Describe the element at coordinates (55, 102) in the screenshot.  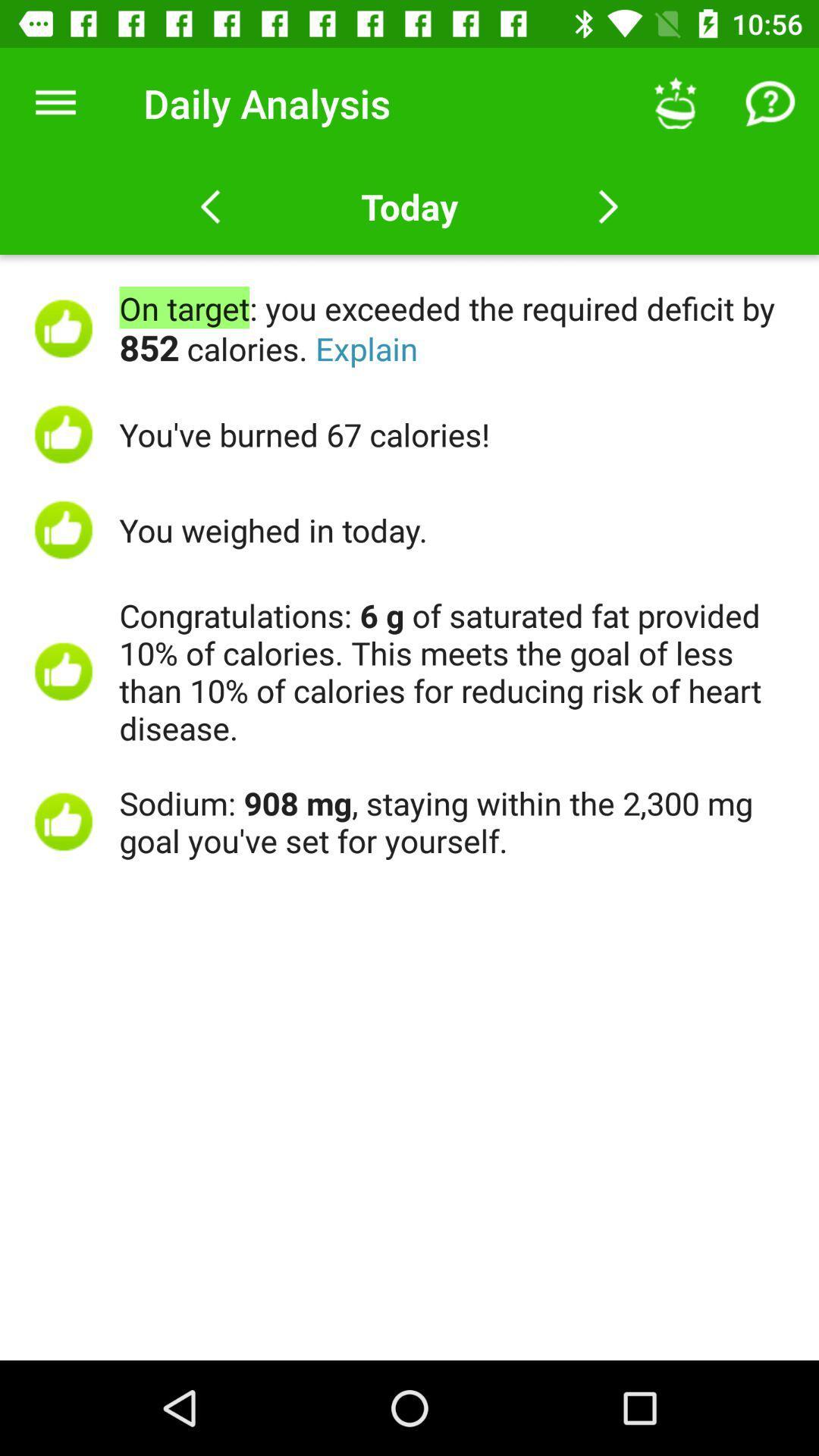
I see `icon next to the daily analysis item` at that location.